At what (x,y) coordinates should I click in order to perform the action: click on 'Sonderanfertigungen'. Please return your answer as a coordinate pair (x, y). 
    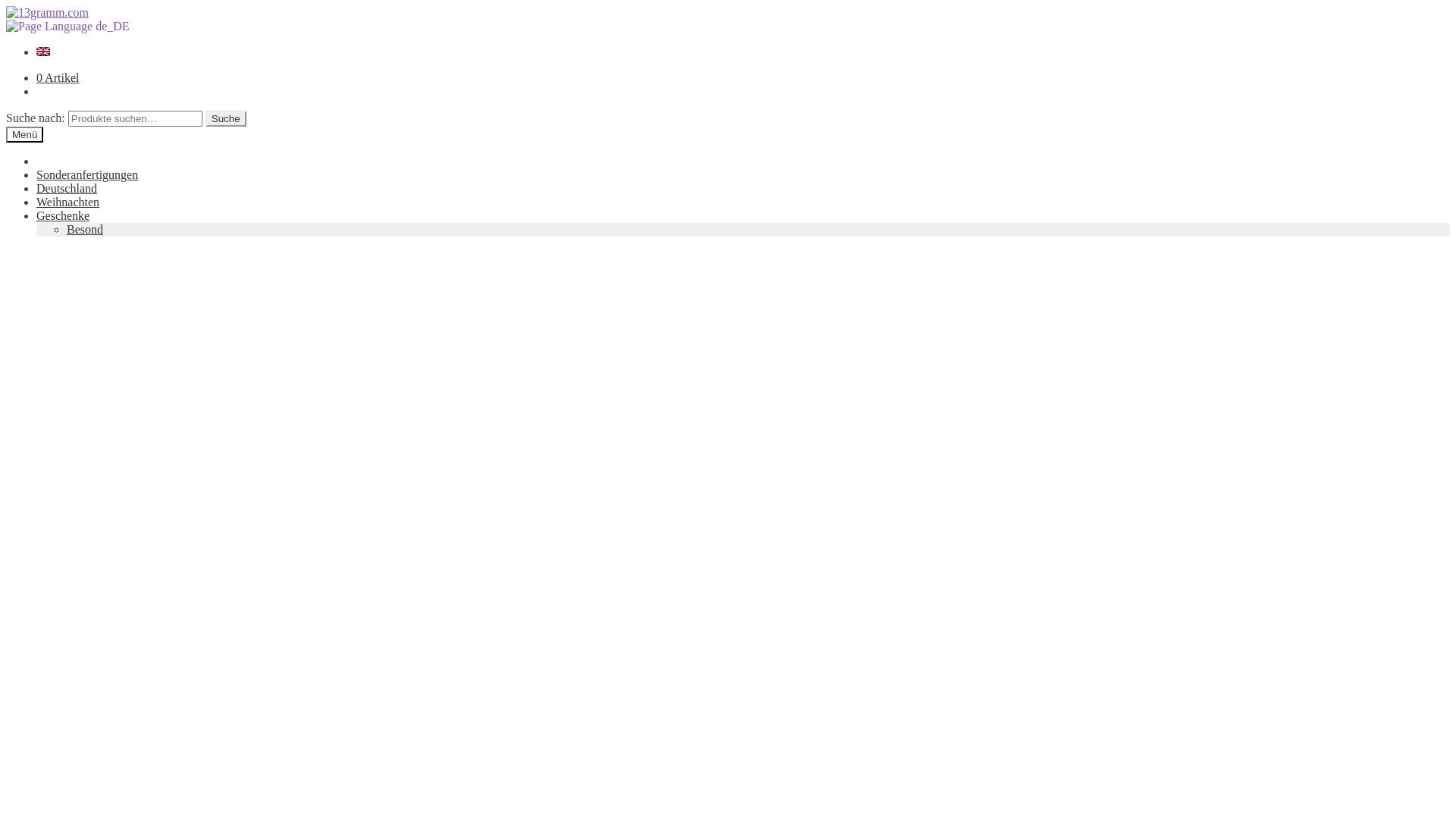
    Looking at the image, I should click on (86, 174).